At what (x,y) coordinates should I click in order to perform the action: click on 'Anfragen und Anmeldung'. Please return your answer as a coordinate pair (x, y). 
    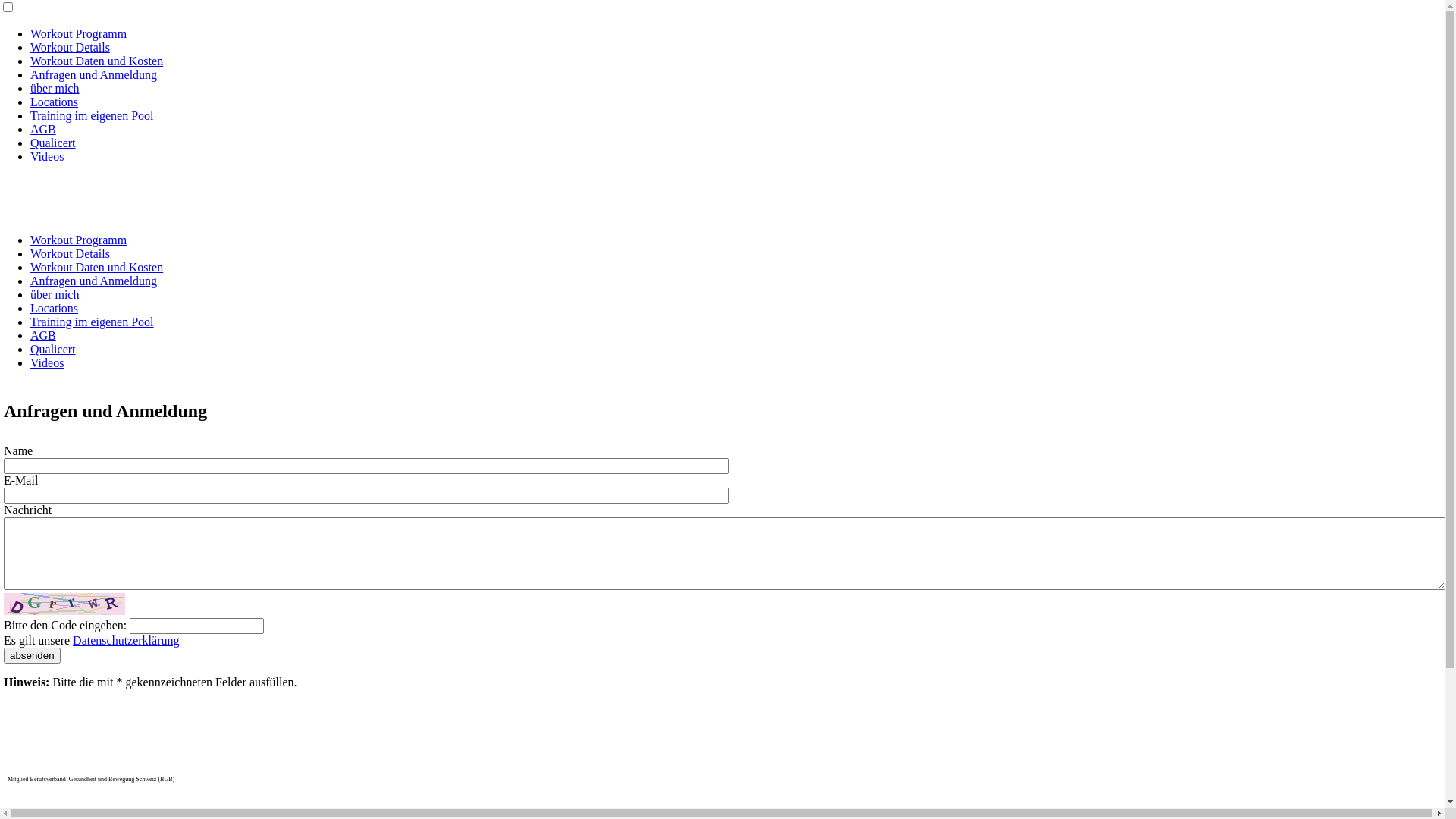
    Looking at the image, I should click on (30, 74).